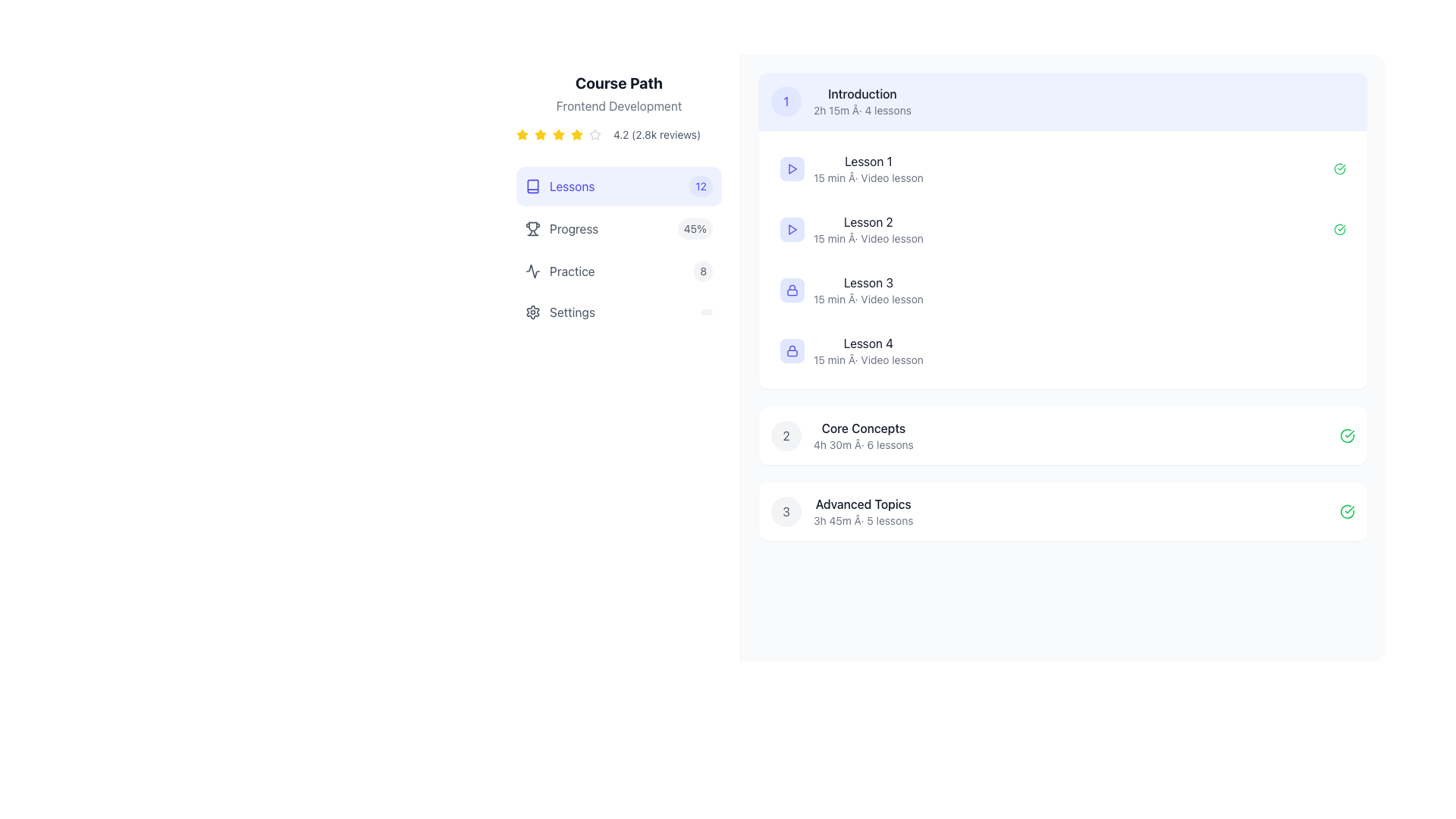 The width and height of the screenshot is (1456, 819). Describe the element at coordinates (786, 435) in the screenshot. I see `numeral displayed in the Number indicator that serves as a step reference for the 'Core Concepts' section, located to the left of its associated text` at that location.